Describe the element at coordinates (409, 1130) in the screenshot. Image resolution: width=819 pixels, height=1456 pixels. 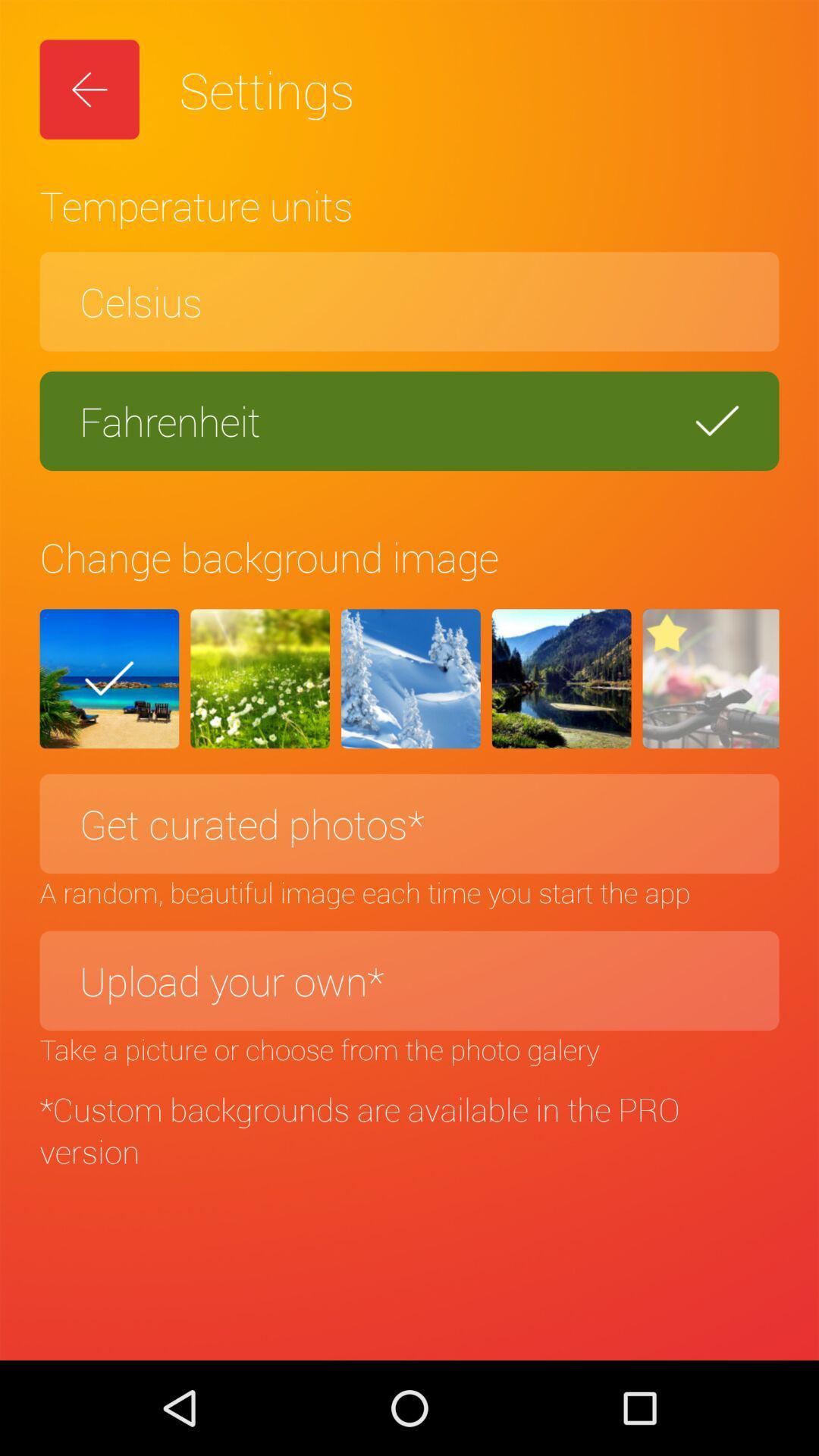
I see `custom backgrounds are item` at that location.